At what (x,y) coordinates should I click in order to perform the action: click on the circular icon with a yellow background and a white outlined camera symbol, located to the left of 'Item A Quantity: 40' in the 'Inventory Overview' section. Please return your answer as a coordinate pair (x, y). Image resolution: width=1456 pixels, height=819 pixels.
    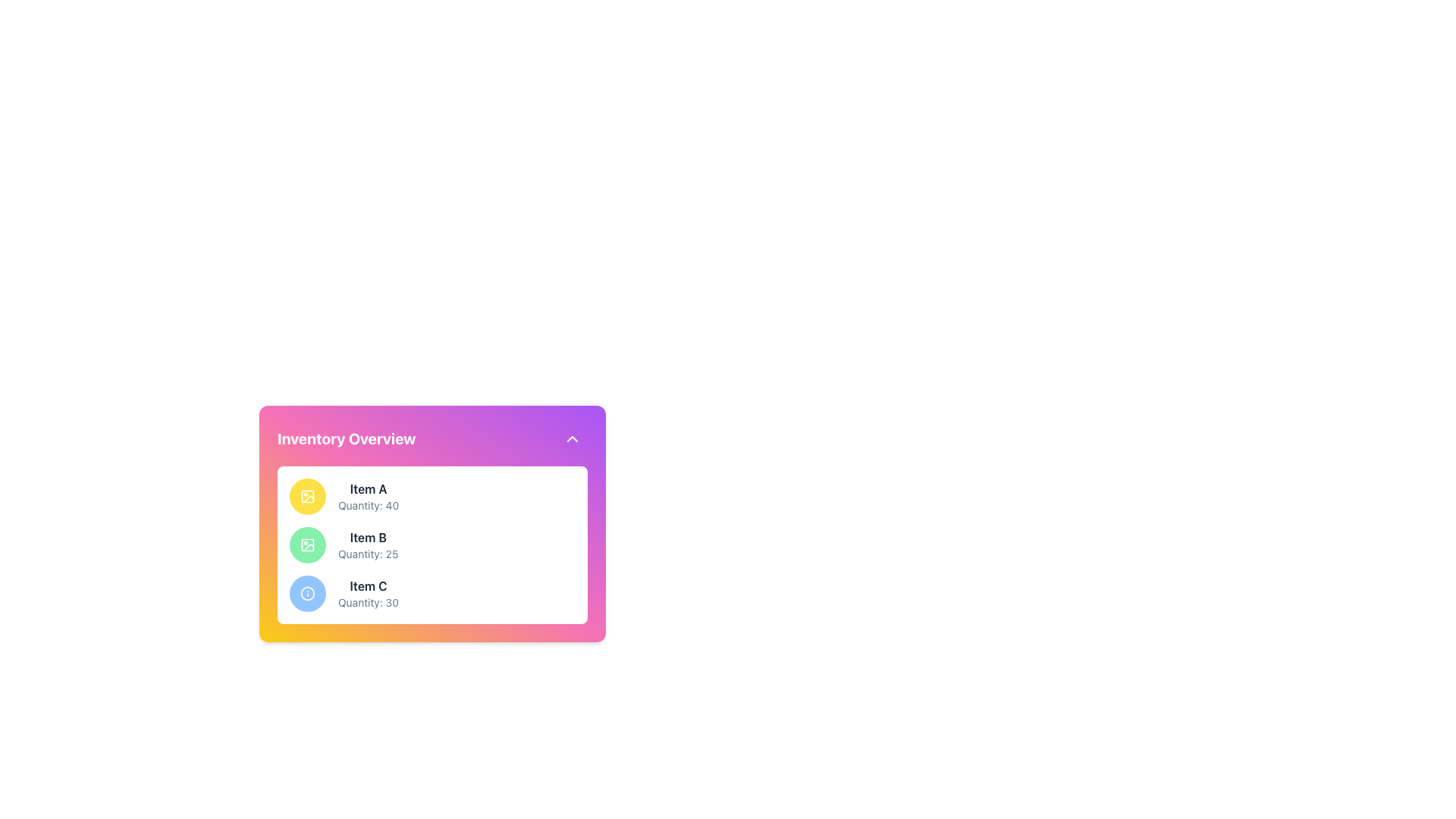
    Looking at the image, I should click on (307, 497).